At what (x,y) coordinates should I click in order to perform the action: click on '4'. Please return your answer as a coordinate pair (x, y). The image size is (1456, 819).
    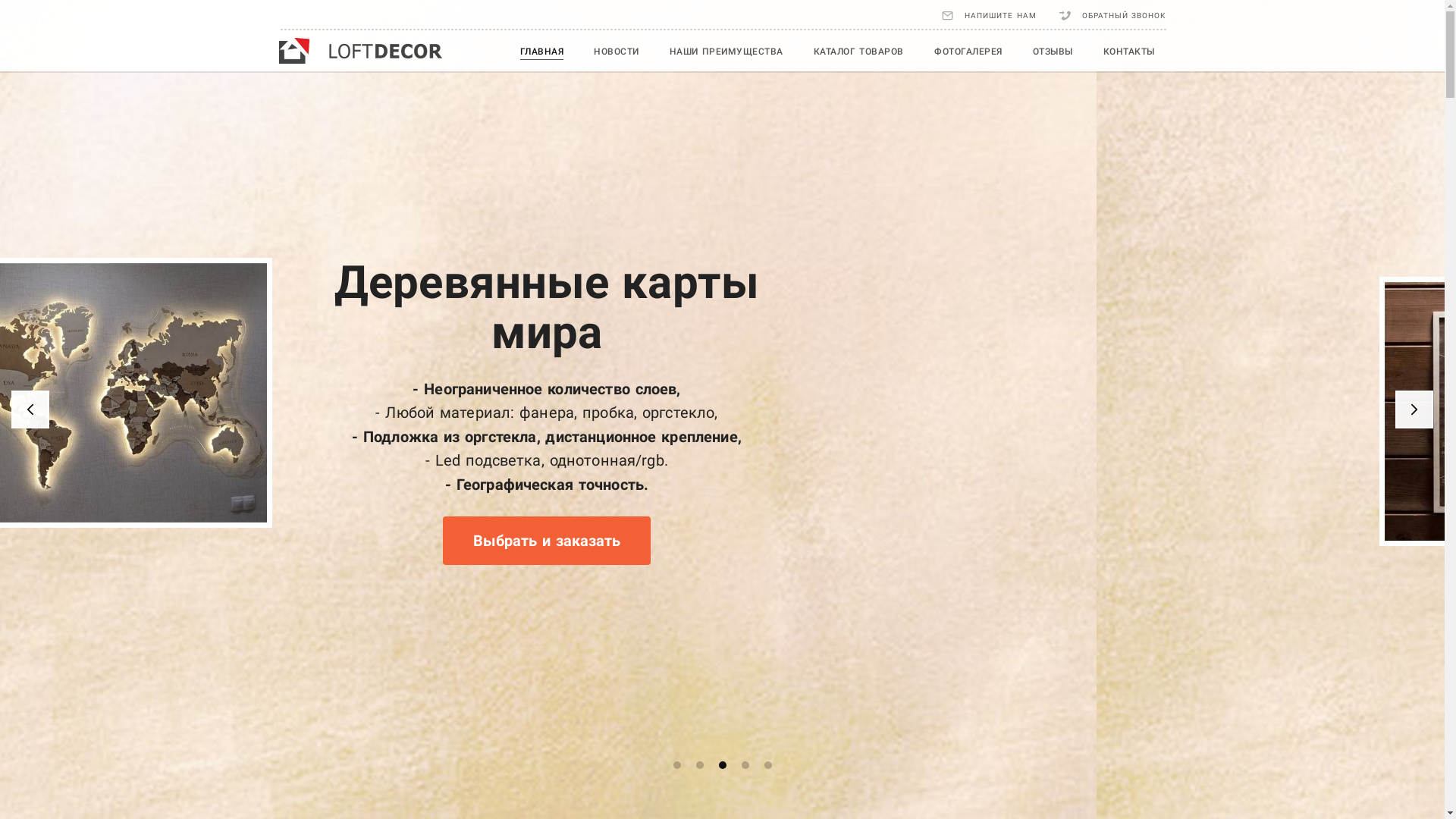
    Looking at the image, I should click on (742, 765).